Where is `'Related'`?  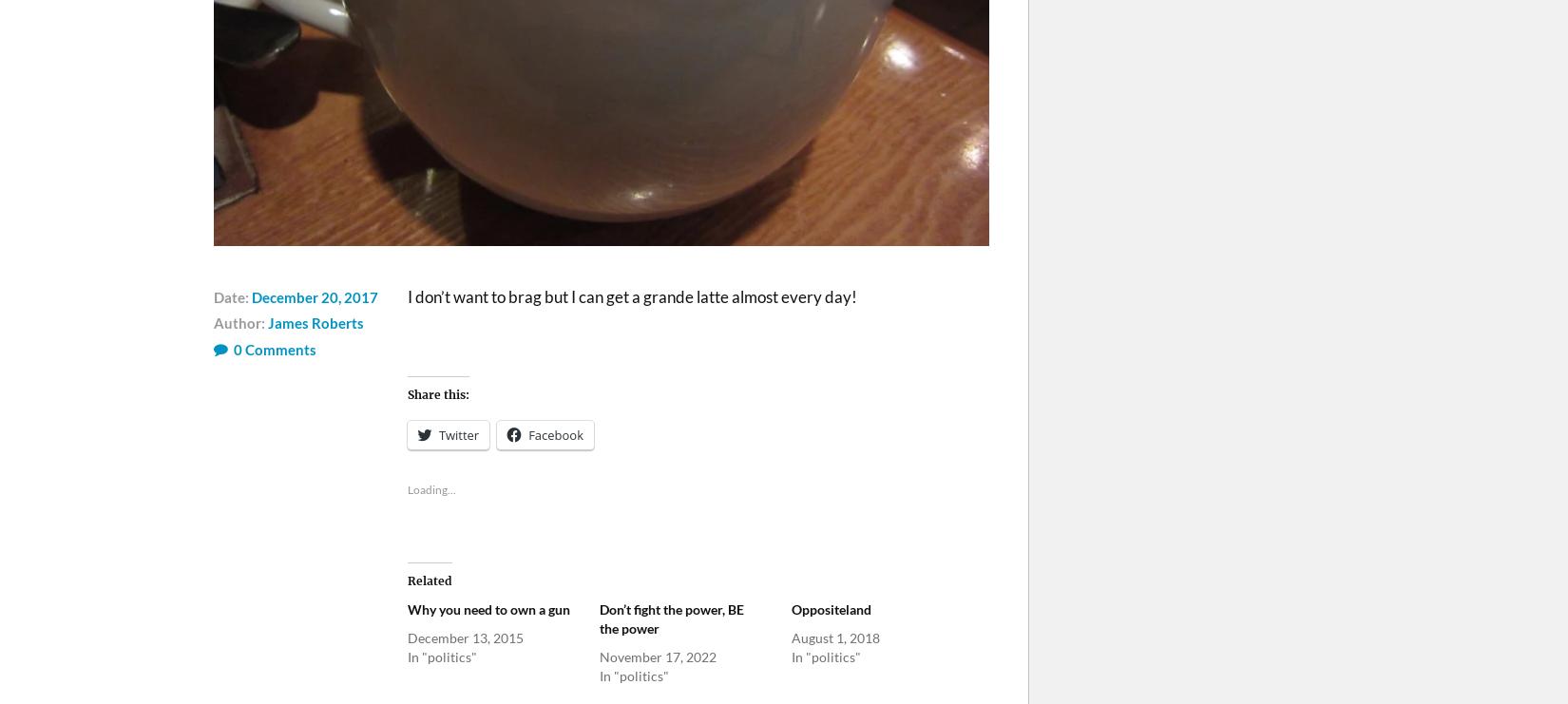 'Related' is located at coordinates (429, 580).